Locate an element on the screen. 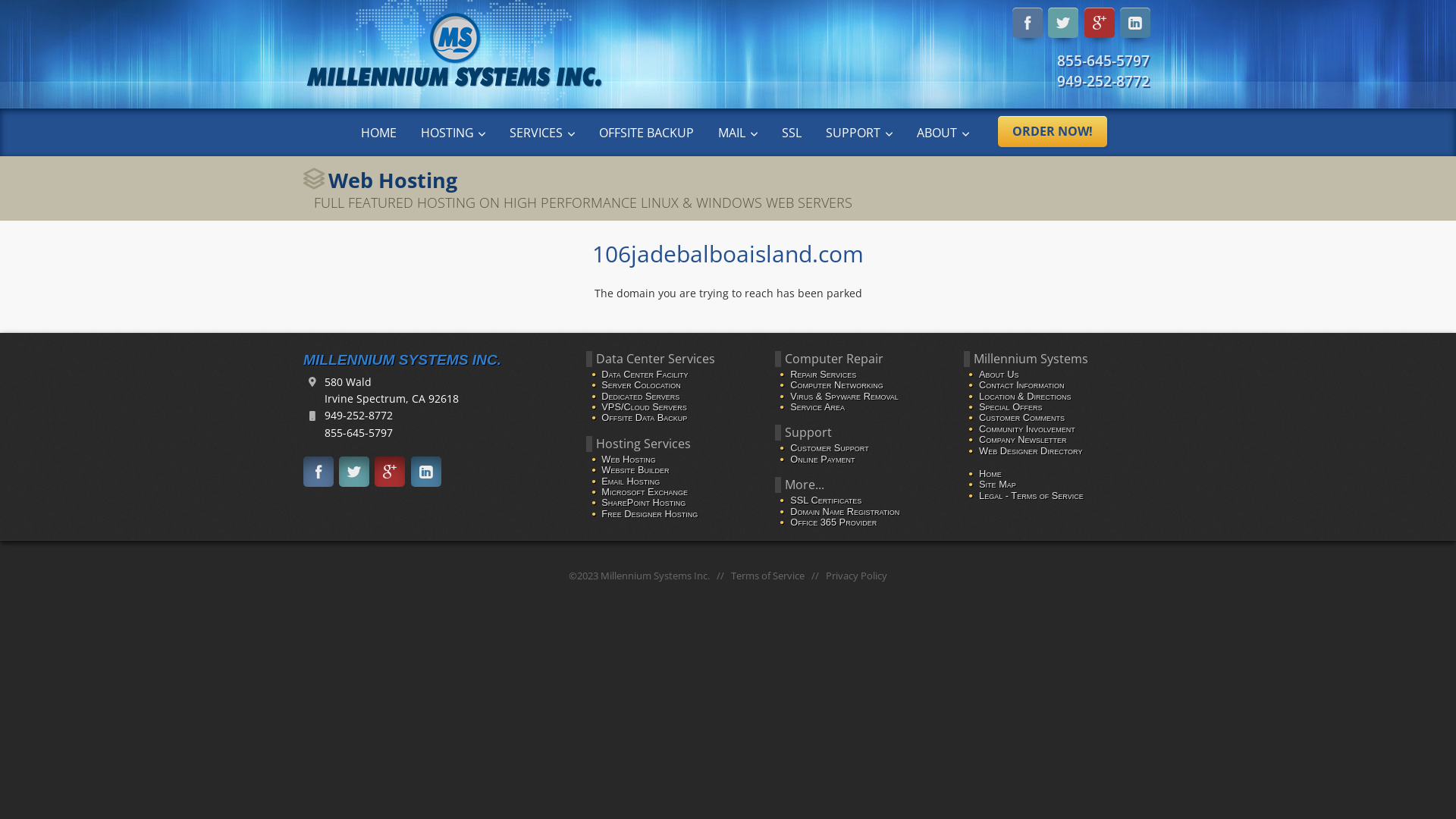 The height and width of the screenshot is (819, 1456). 'Office 365 Provider' is located at coordinates (789, 521).